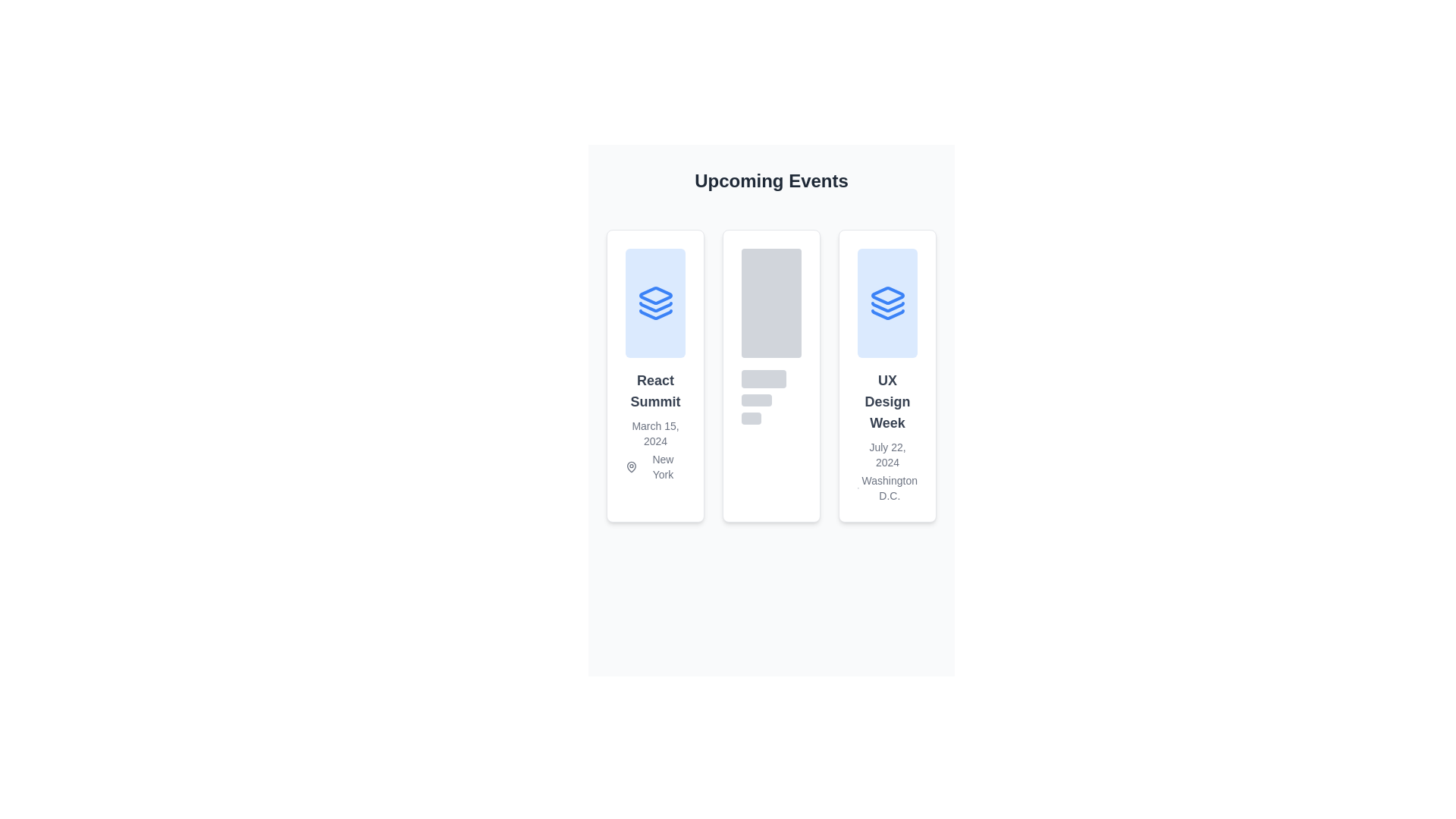  Describe the element at coordinates (655, 433) in the screenshot. I see `text displaying the date of the React Summit event, which is positioned below the title 'React Summit' and above the location text 'New York', making it the second textual element in its group` at that location.